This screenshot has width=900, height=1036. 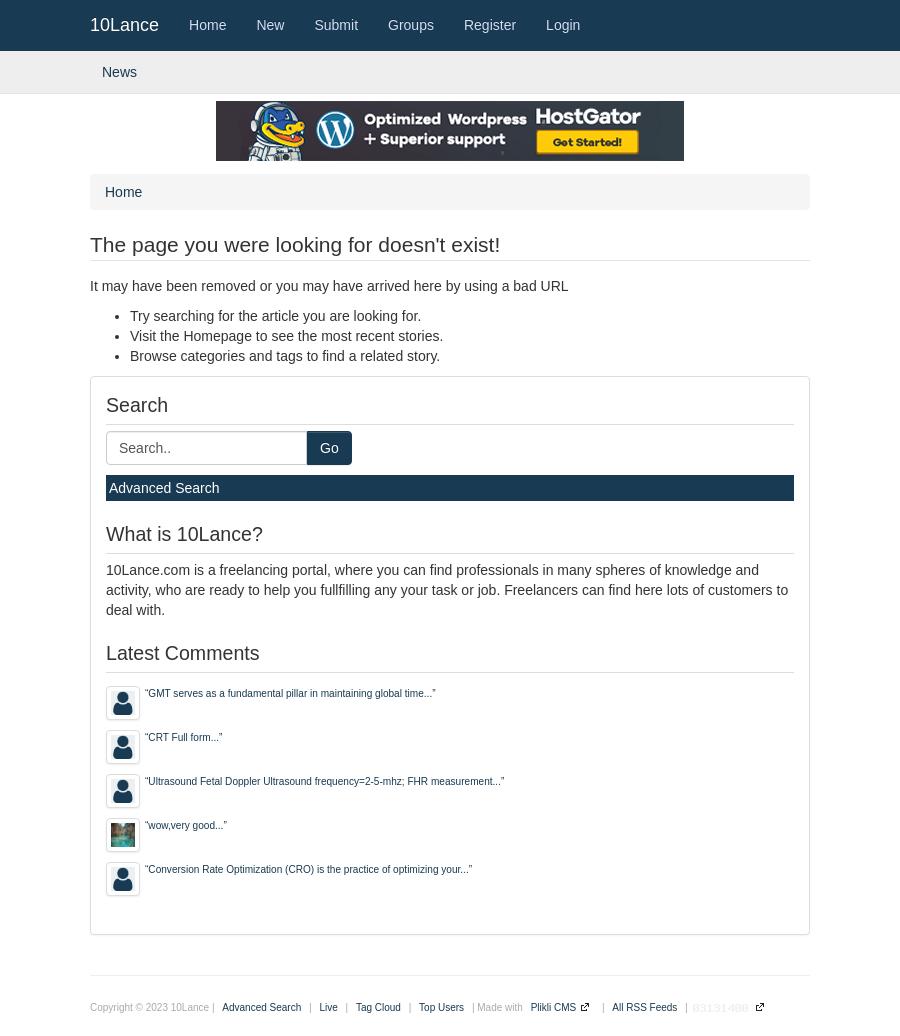 I want to click on 'Conversion Rate Optimization (CRO) is the practice of optimizing your...', so click(x=306, y=868).